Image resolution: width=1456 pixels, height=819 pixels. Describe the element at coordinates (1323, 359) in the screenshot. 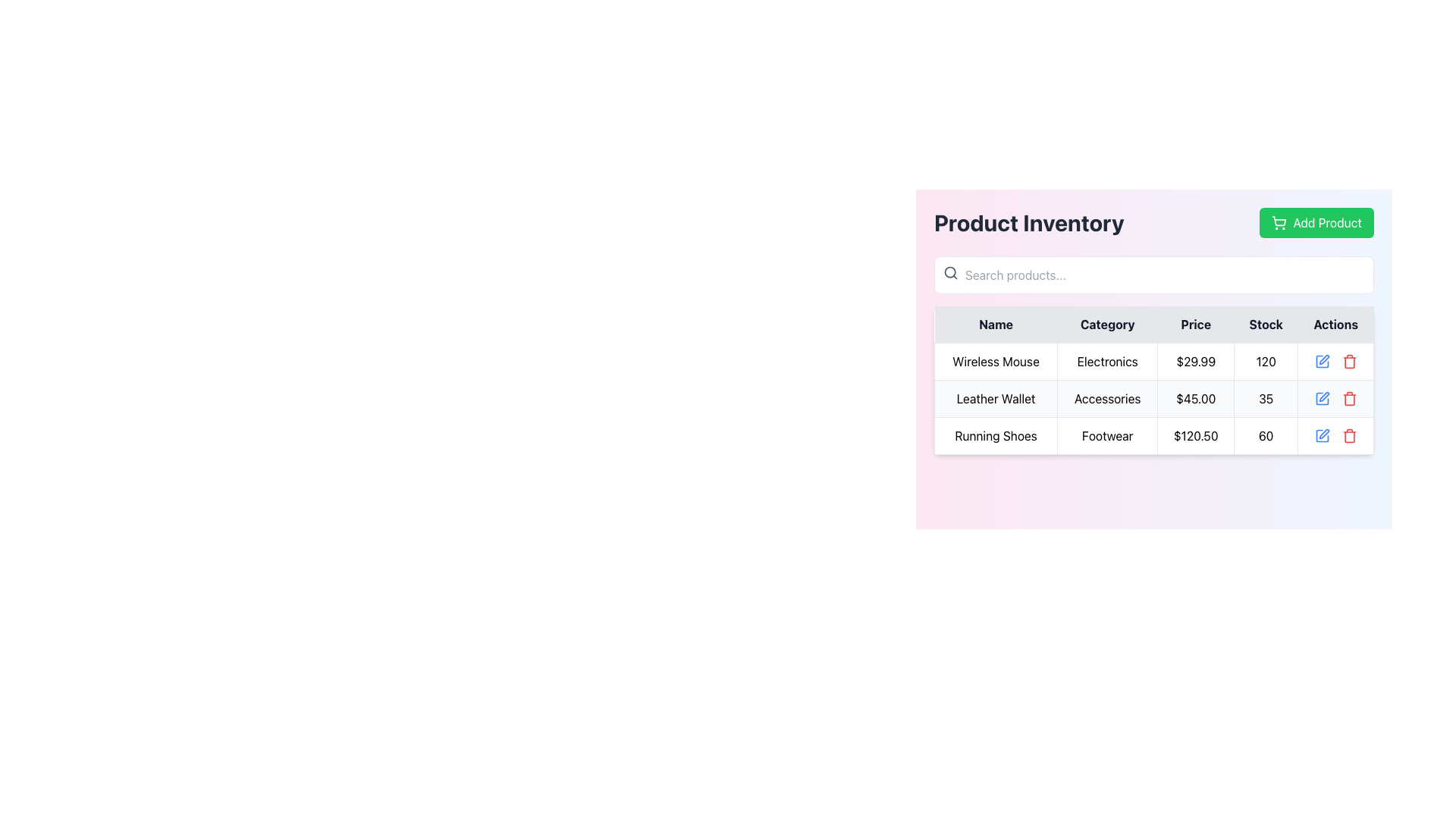

I see `the pen icon located in the 'Actions' column for the product 'Running Shoes'` at that location.